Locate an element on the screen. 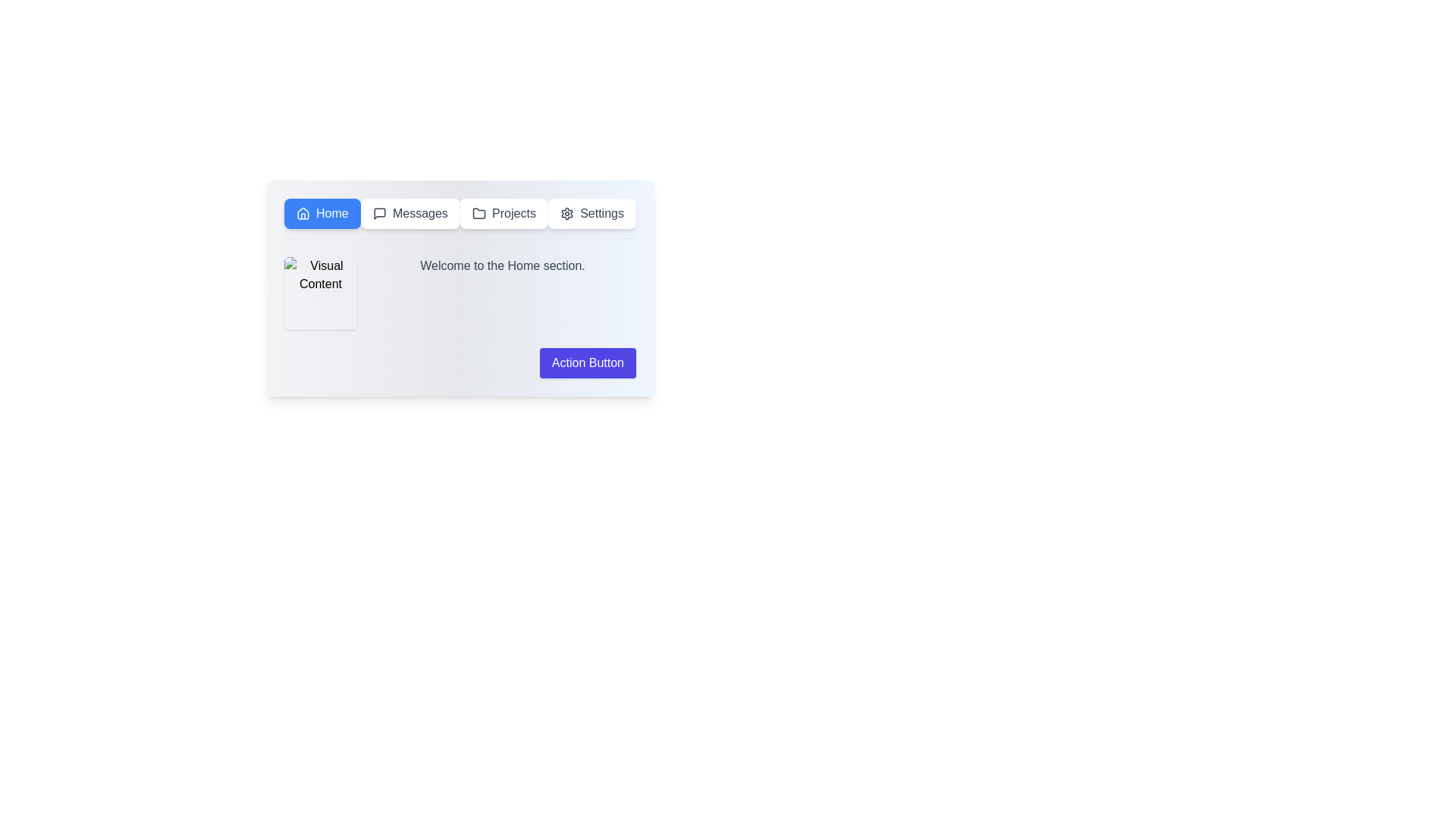  the 'Home' button located at the top left of the interface, which has a blue background and white text with a house icon is located at coordinates (322, 213).